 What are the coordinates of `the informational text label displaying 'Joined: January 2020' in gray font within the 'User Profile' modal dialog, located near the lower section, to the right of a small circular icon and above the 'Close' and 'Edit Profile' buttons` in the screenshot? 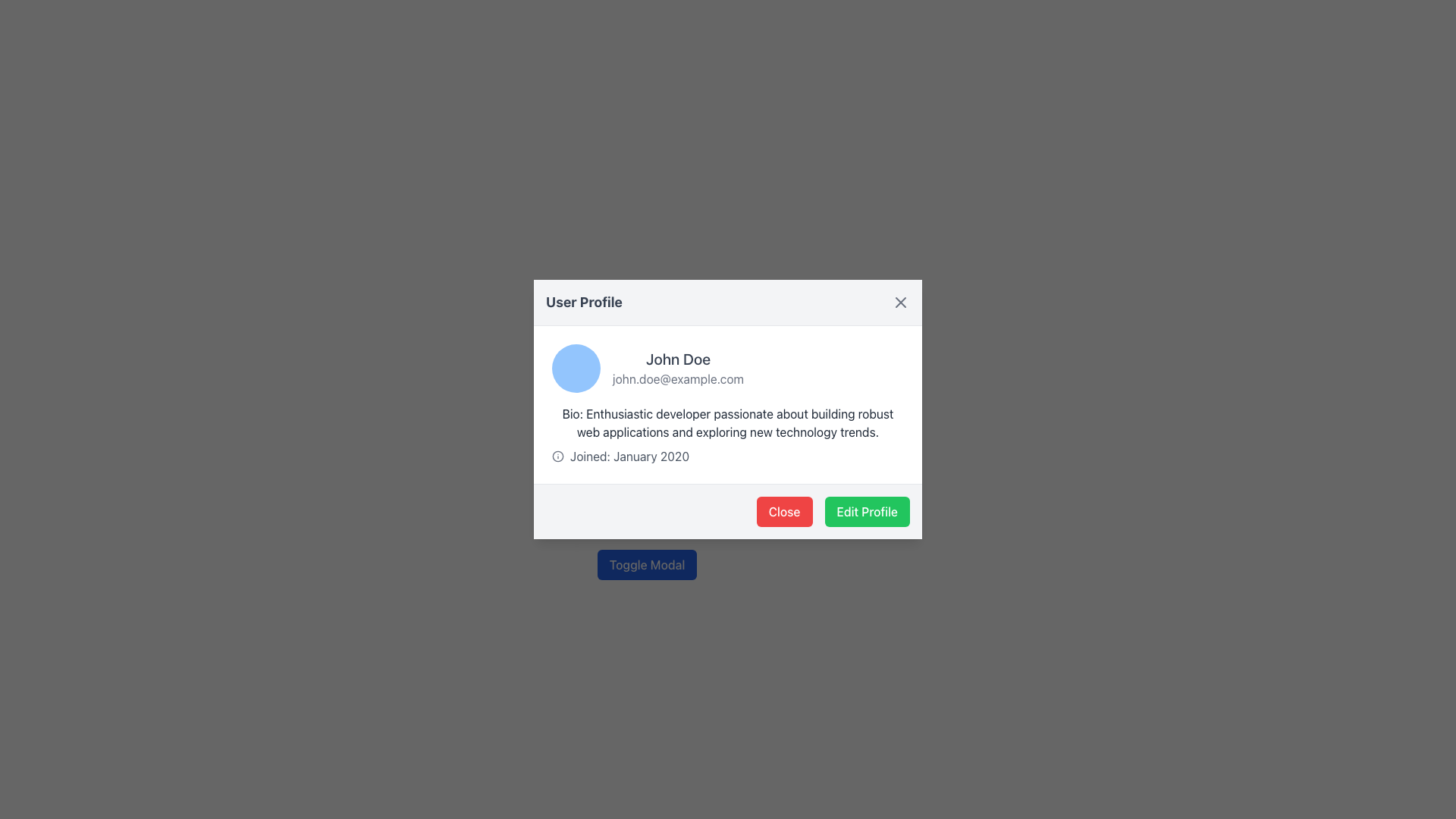 It's located at (629, 455).